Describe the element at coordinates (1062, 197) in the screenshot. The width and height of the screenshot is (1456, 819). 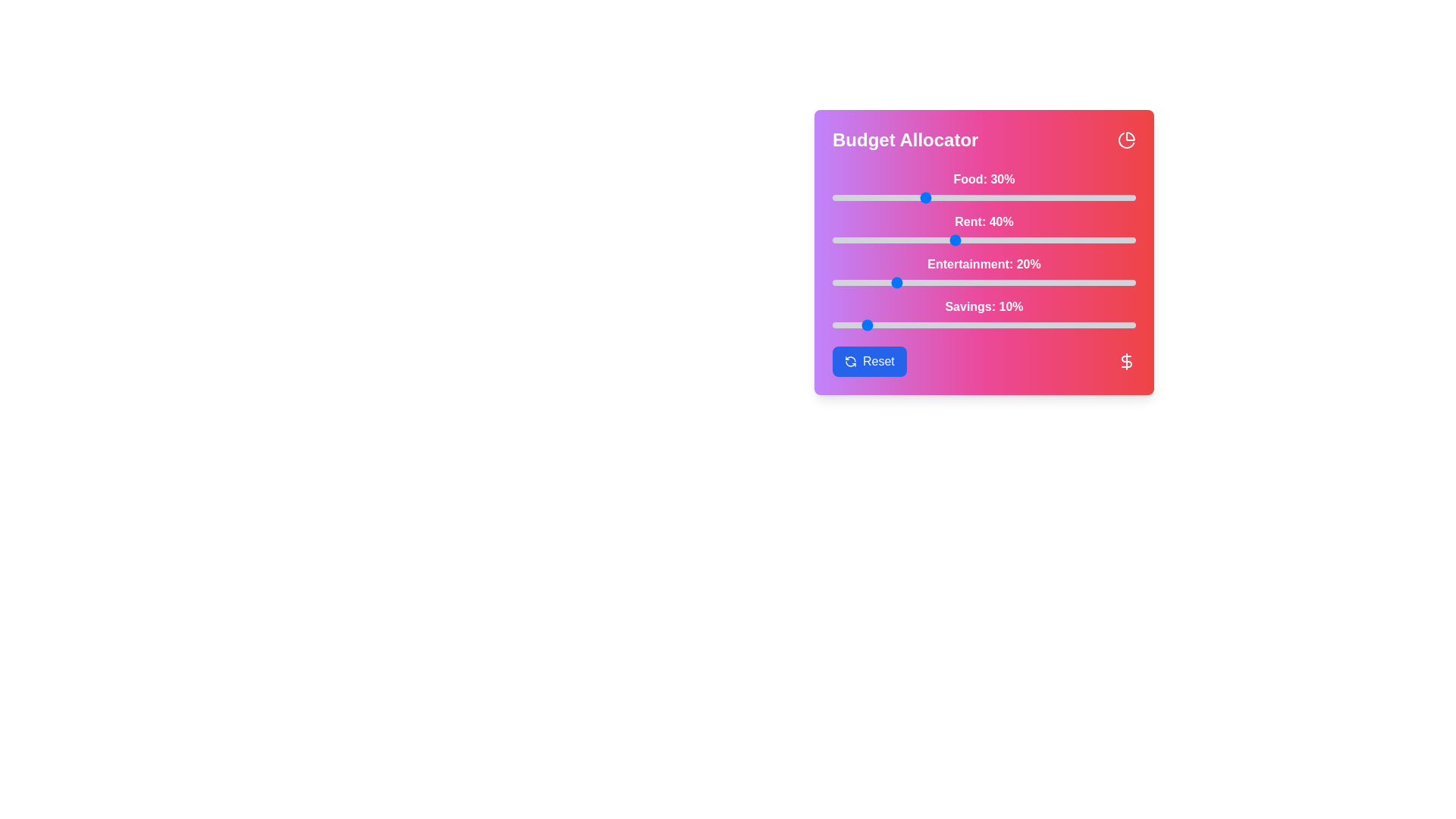
I see `'Food' slider` at that location.